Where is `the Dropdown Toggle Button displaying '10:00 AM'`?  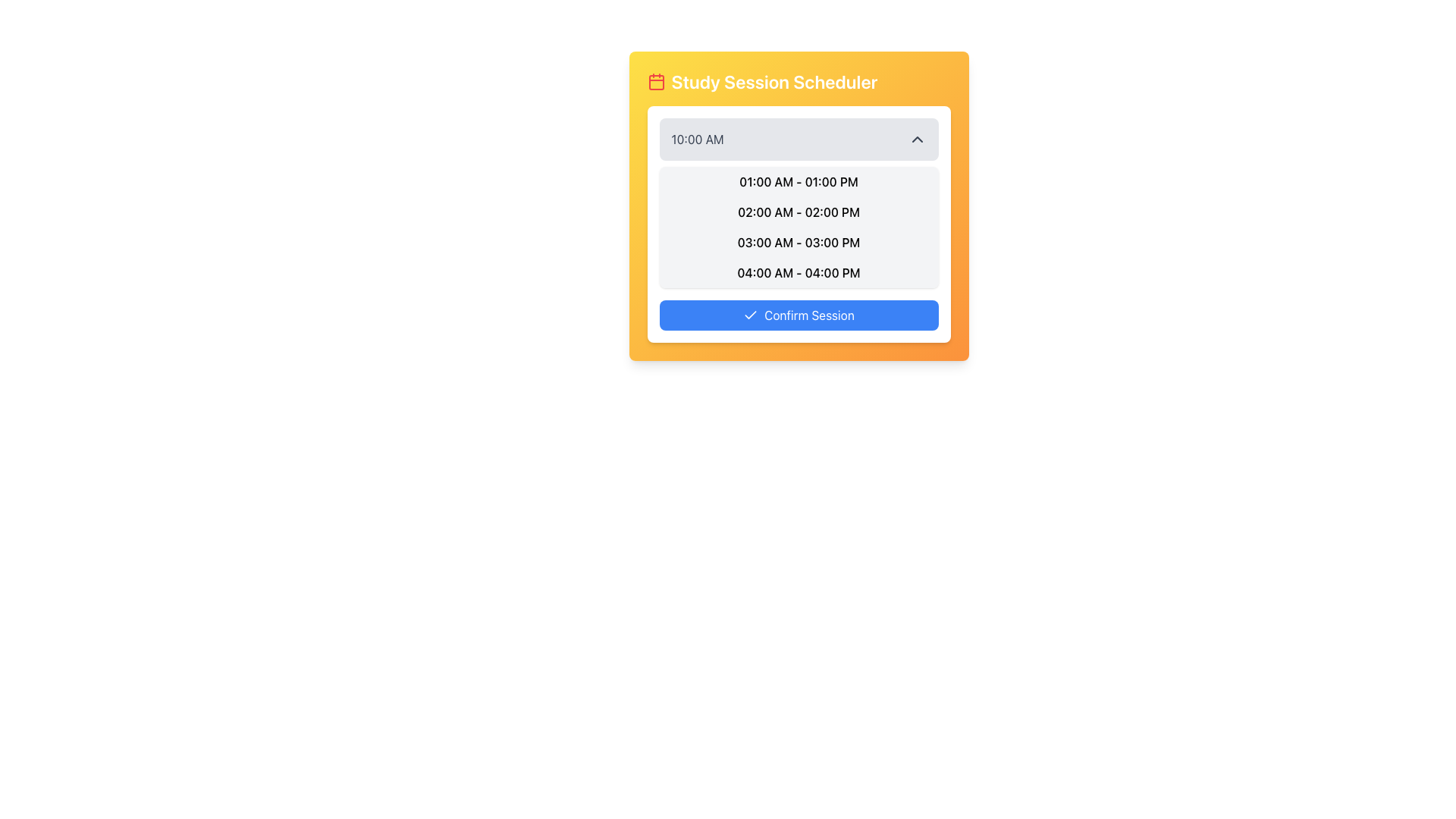
the Dropdown Toggle Button displaying '10:00 AM' is located at coordinates (798, 140).